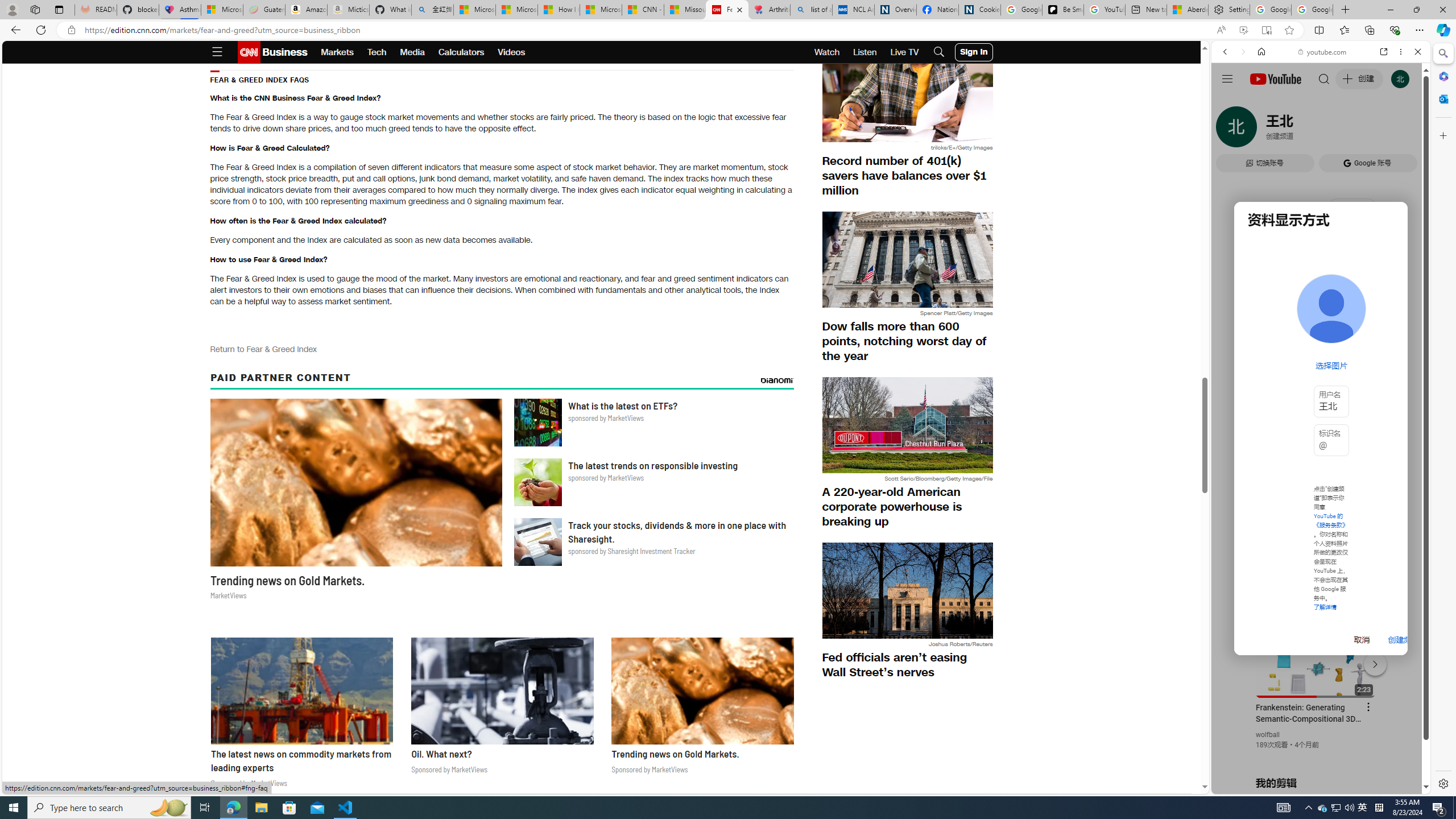 The width and height of the screenshot is (1456, 819). Describe the element at coordinates (179, 9) in the screenshot. I see `'Asthma Inhalers: Names and Types'` at that location.